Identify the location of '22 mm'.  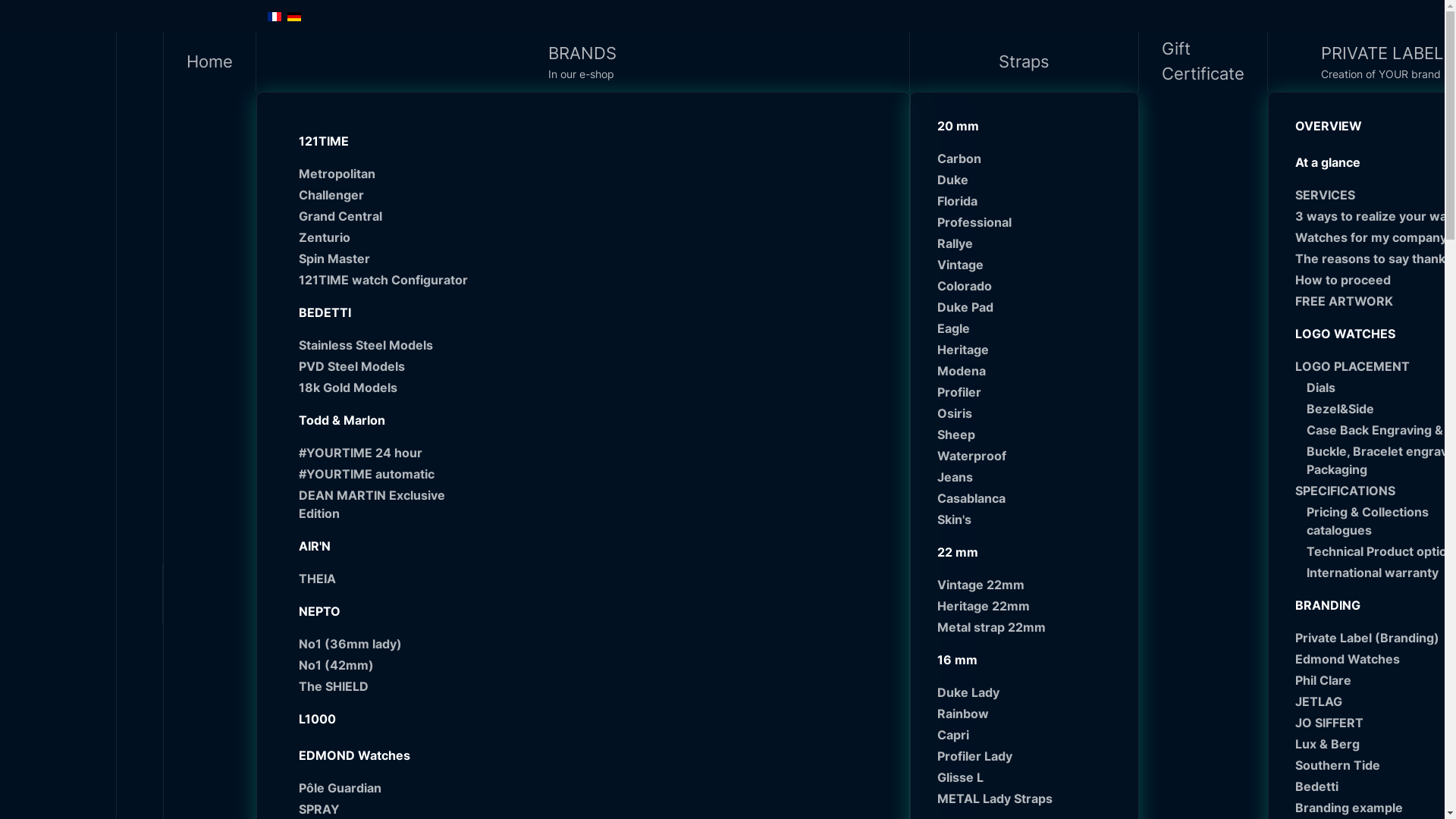
(1023, 552).